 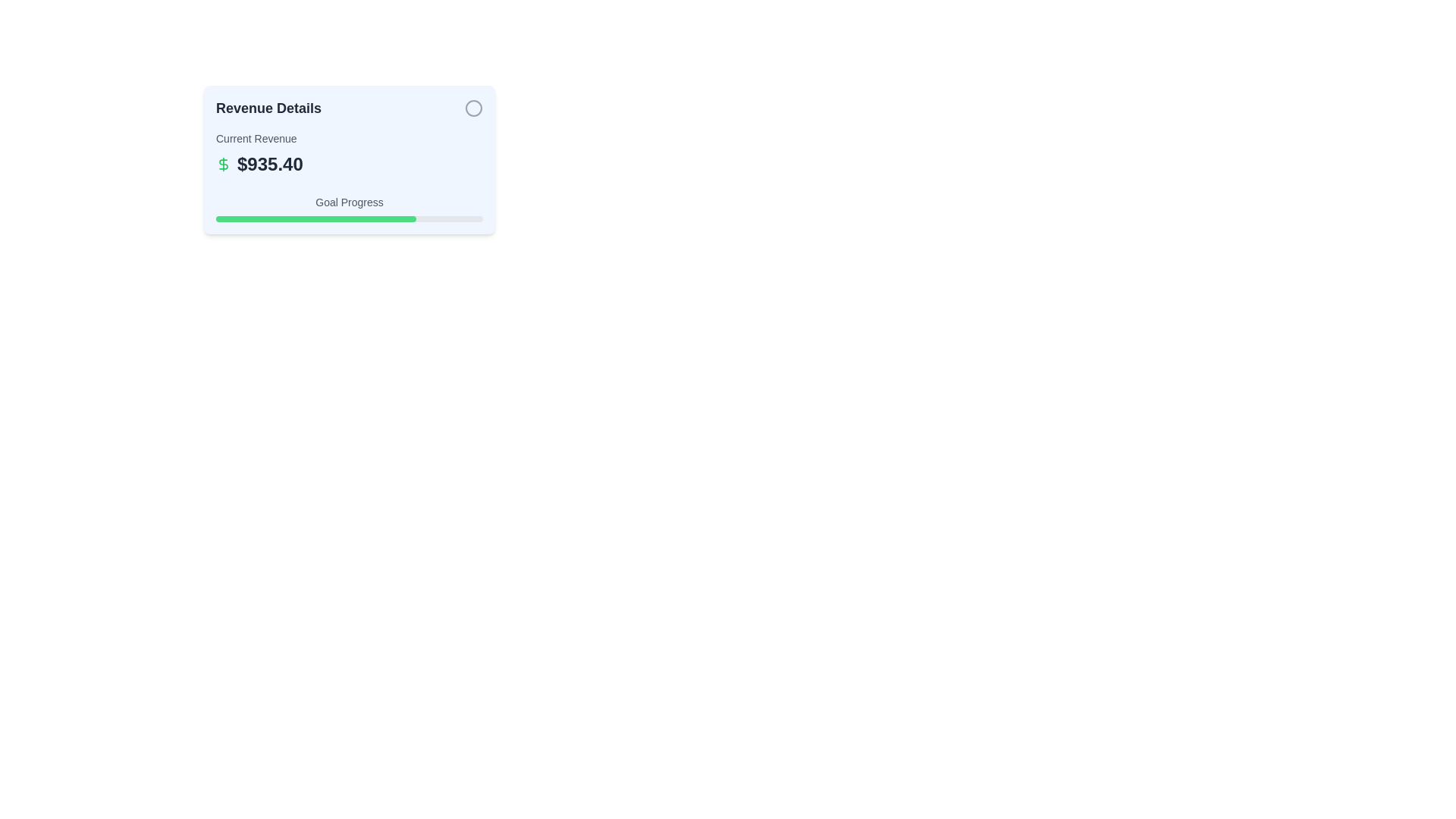 I want to click on the progress bar located at the bottom of the 'Revenue Details' card, which has a light blue background and shows percentage completion towards a goal, so click(x=348, y=208).